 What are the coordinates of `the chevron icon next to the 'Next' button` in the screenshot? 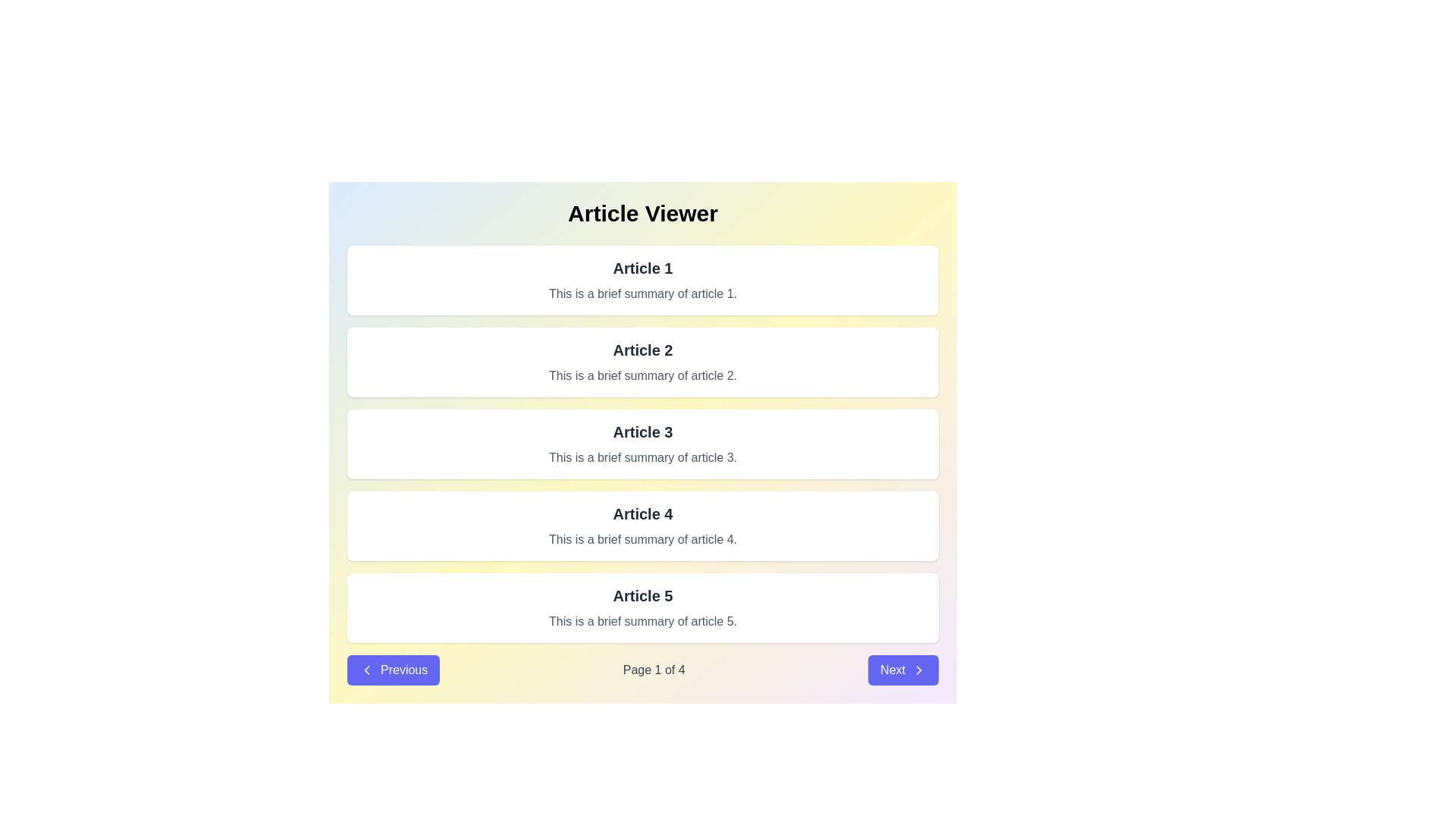 It's located at (918, 669).